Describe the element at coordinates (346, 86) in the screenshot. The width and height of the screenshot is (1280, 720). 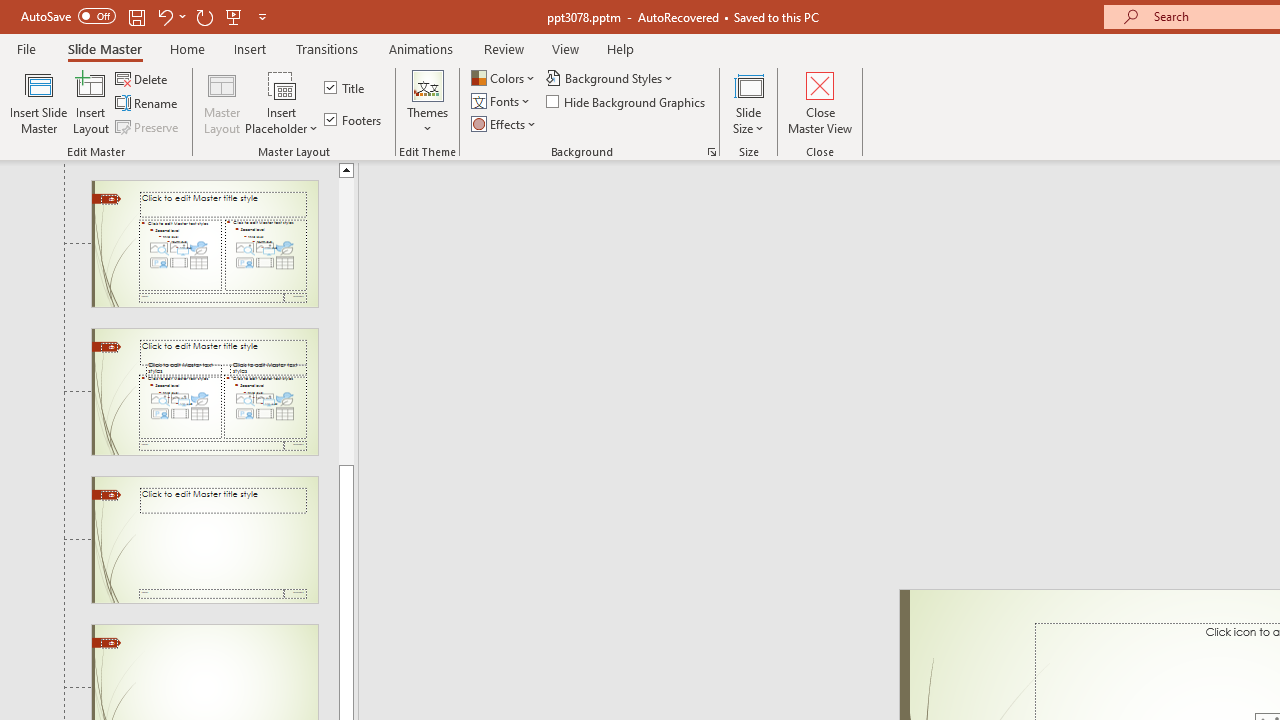
I see `'Title'` at that location.